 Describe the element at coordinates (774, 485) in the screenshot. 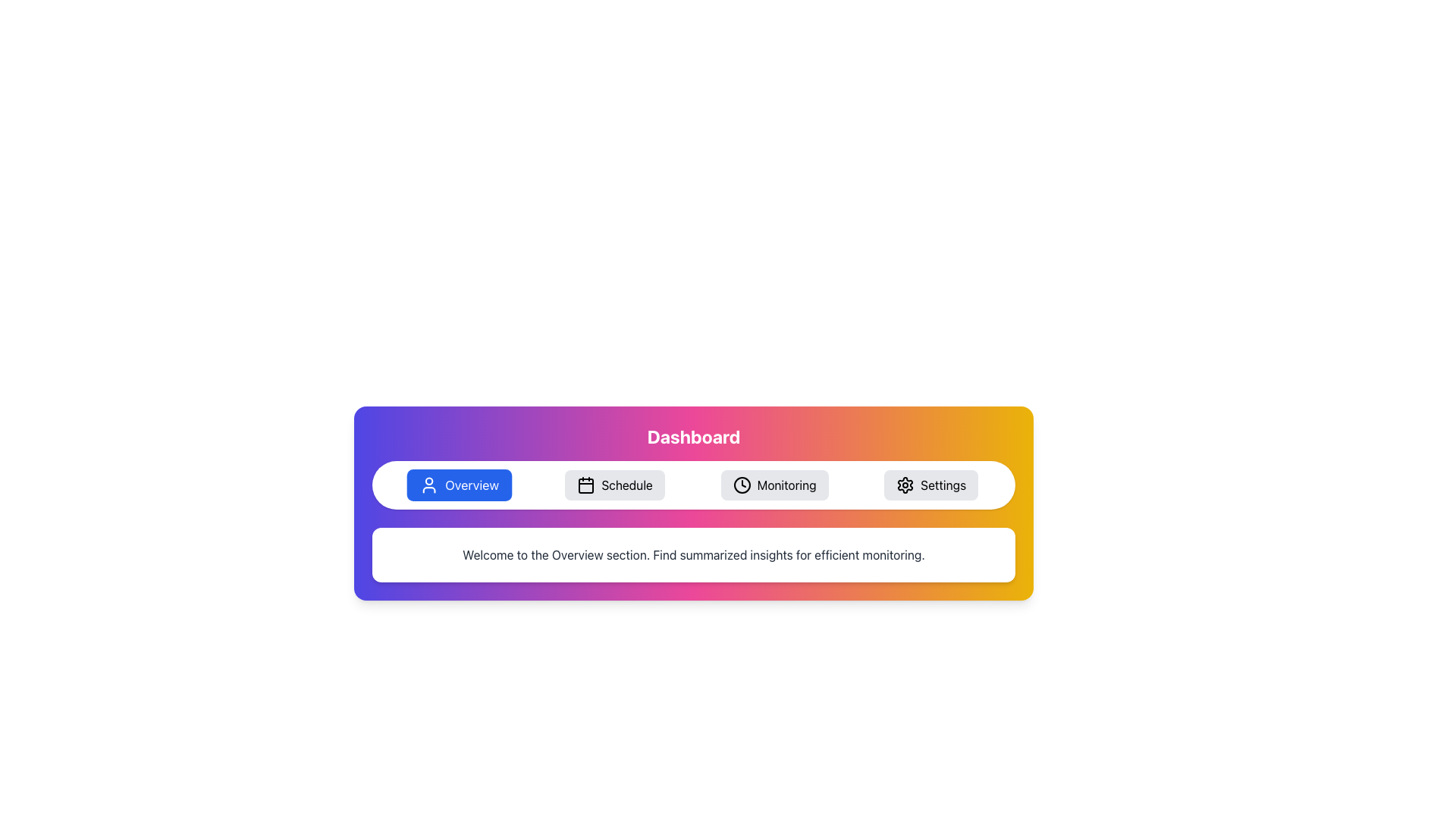

I see `the 'Monitoring' button, which is a rectangular button with rounded edges, light gray background, a clock icon on the left, and the label 'Monitoring' in black, located centrally at the bottom half of the interface` at that location.